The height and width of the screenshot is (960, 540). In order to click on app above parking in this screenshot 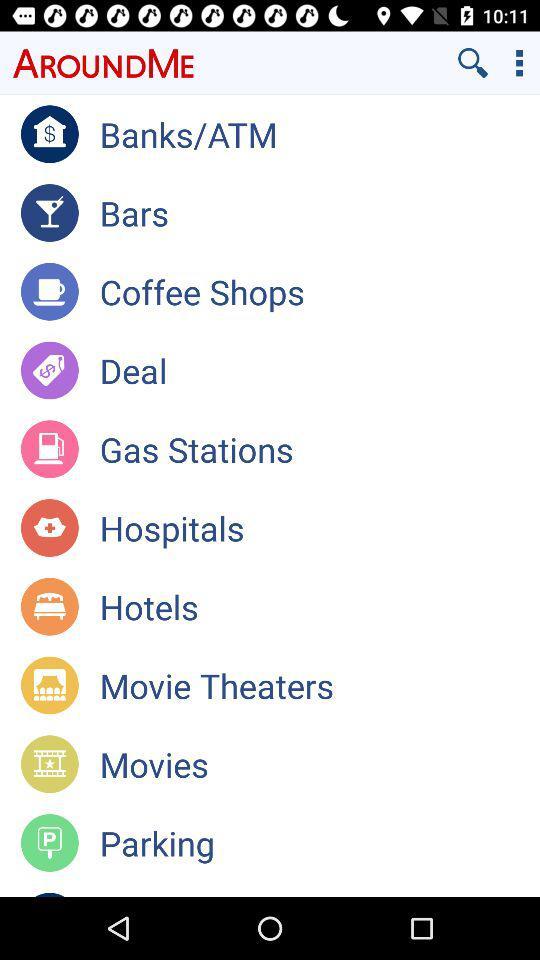, I will do `click(319, 763)`.